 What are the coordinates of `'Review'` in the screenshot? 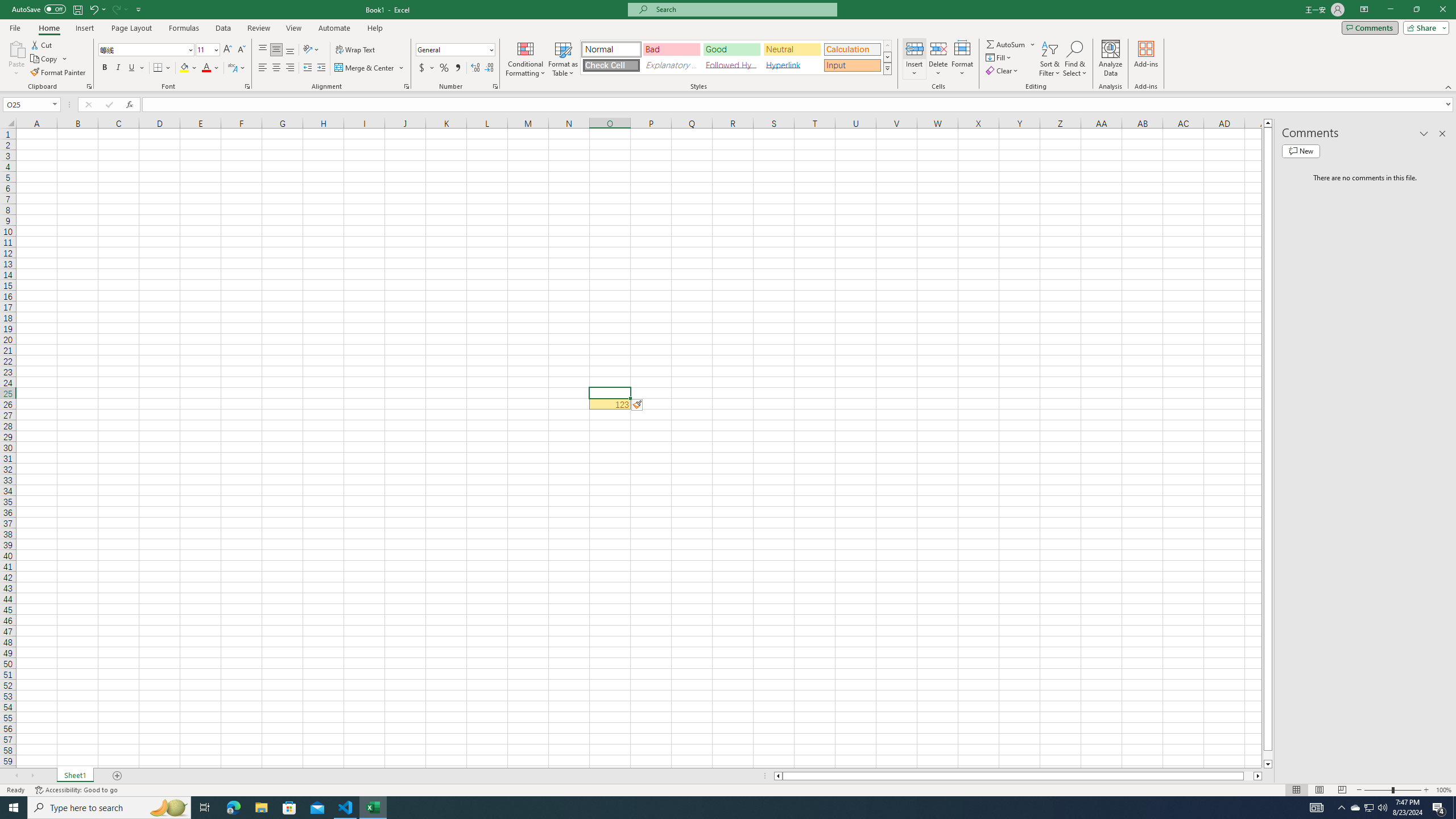 It's located at (258, 28).